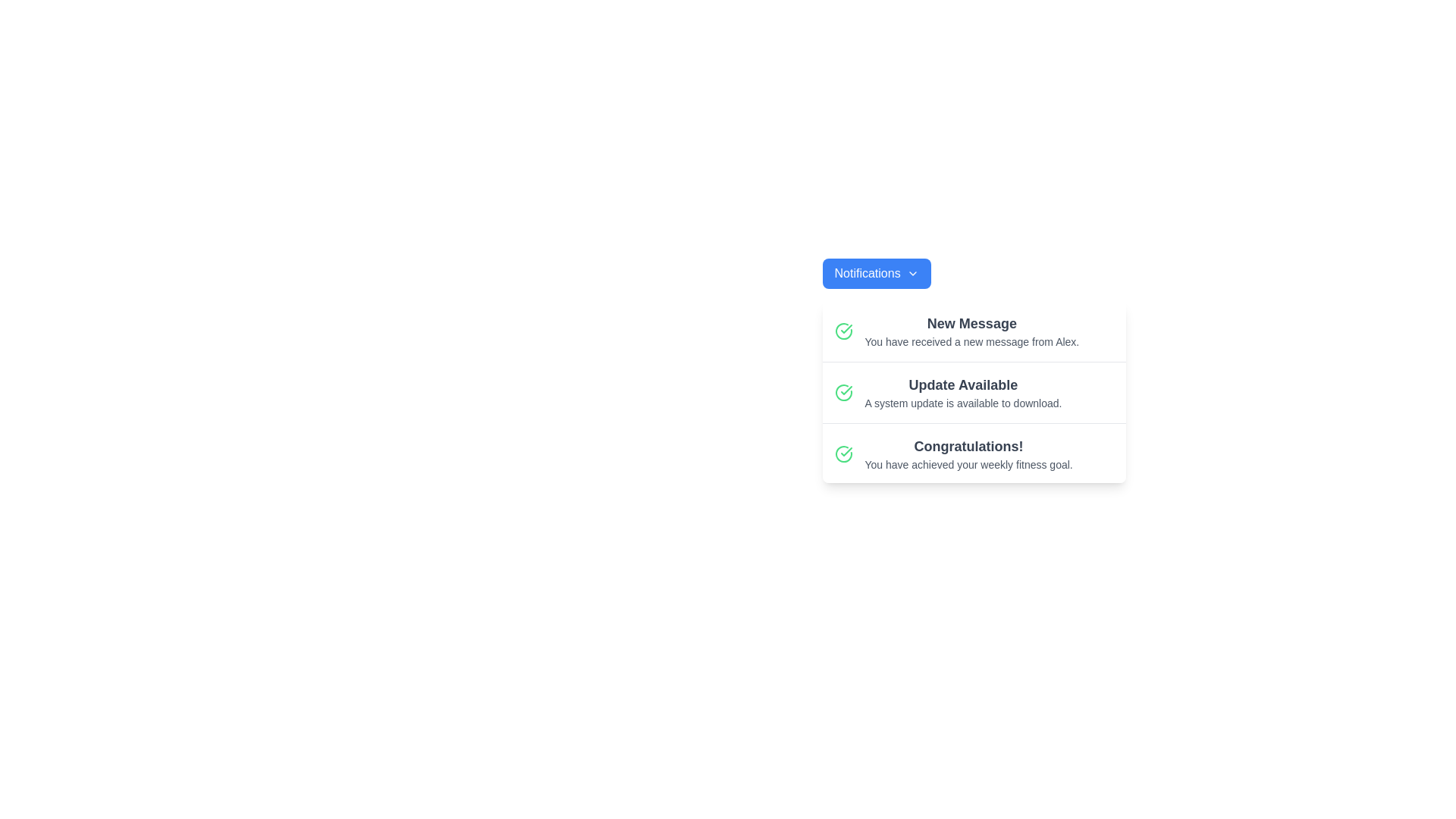 Image resolution: width=1456 pixels, height=819 pixels. I want to click on the notification item displaying a new message received from Alex in the Notifications panel to read the message content, so click(971, 330).